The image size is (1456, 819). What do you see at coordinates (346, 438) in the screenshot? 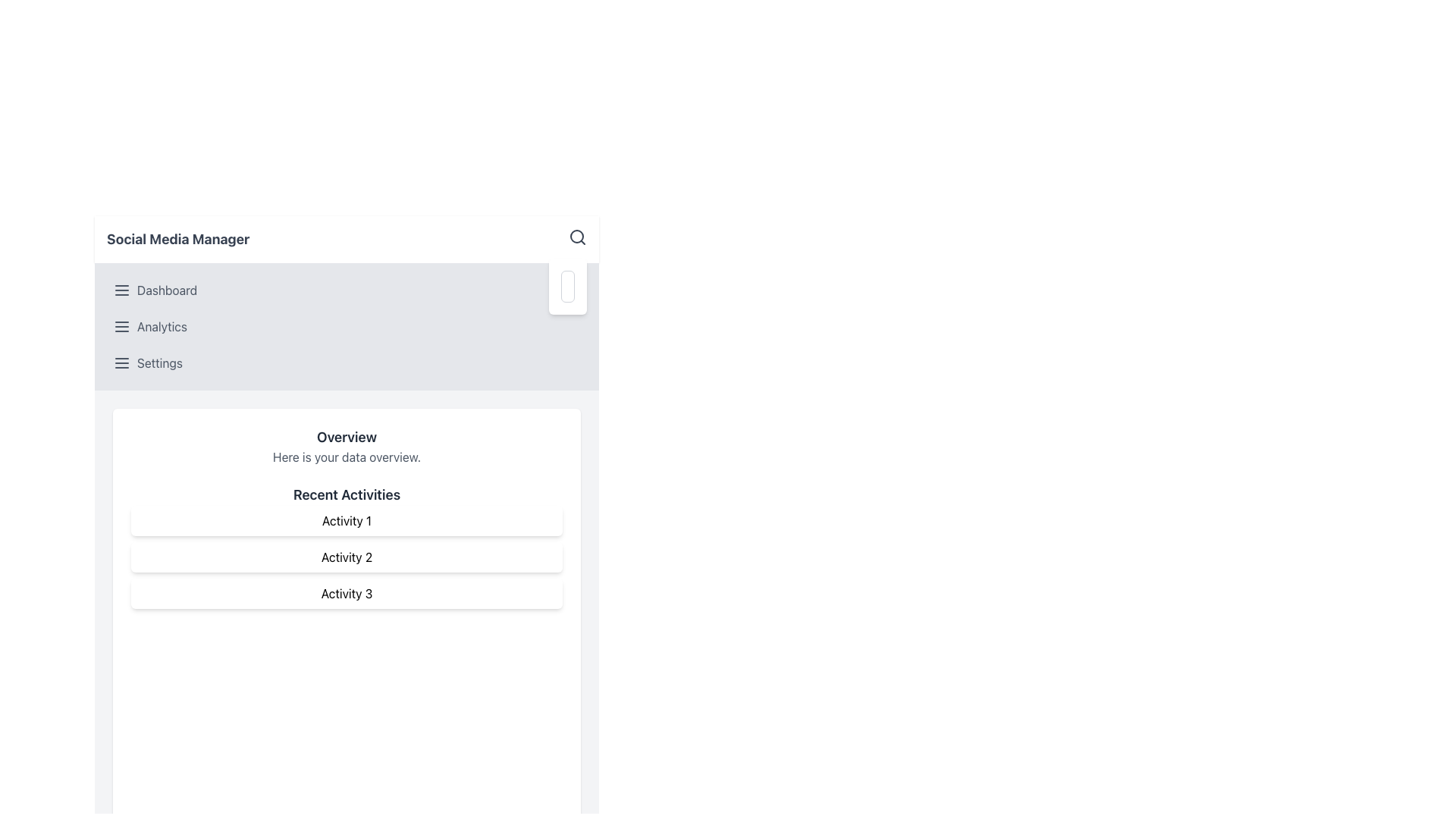
I see `text label displaying 'Overview' which is a prominent header in bold typography located at the top of the content section` at bounding box center [346, 438].